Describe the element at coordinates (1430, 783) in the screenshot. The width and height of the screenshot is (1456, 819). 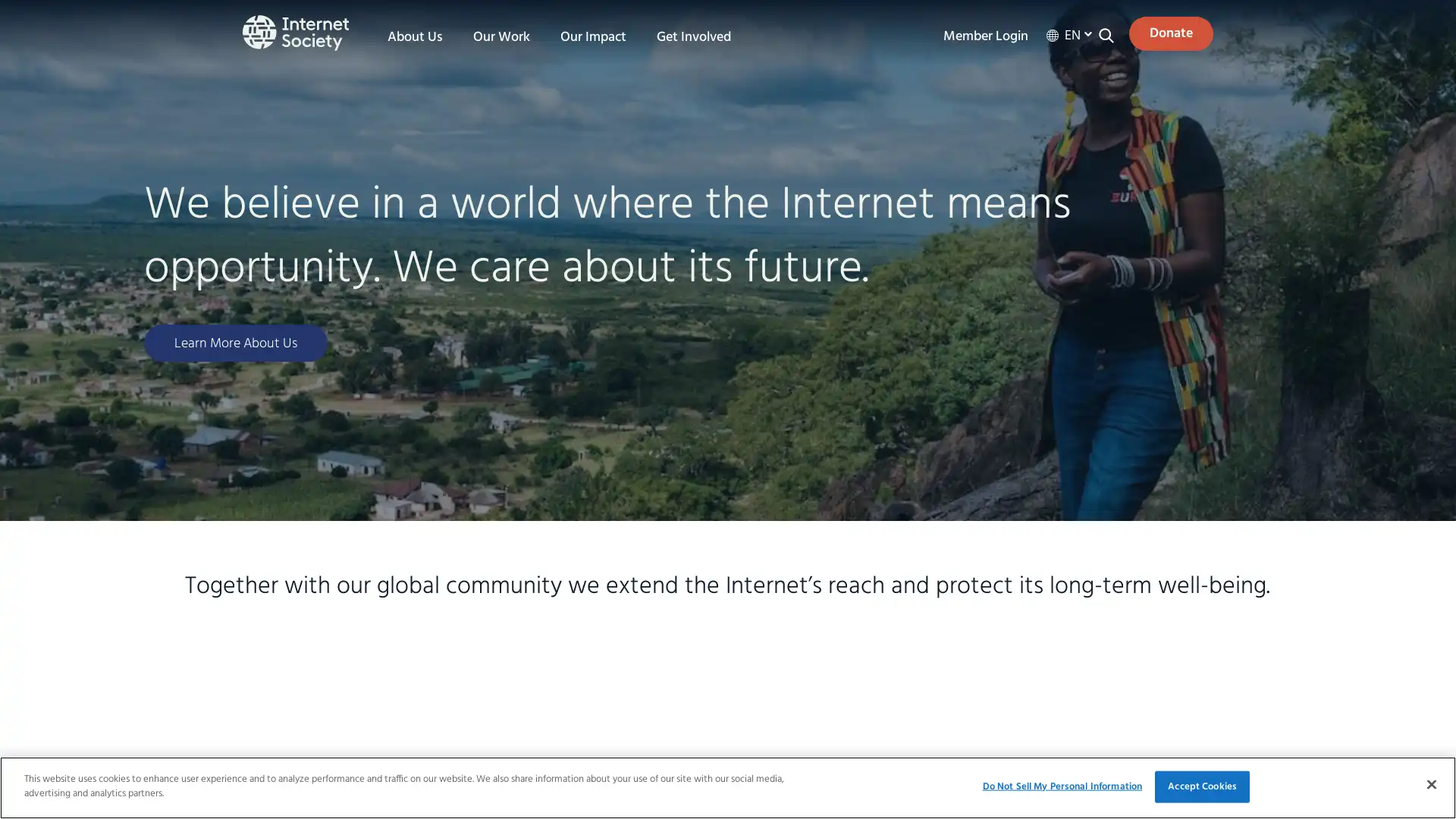
I see `Close` at that location.